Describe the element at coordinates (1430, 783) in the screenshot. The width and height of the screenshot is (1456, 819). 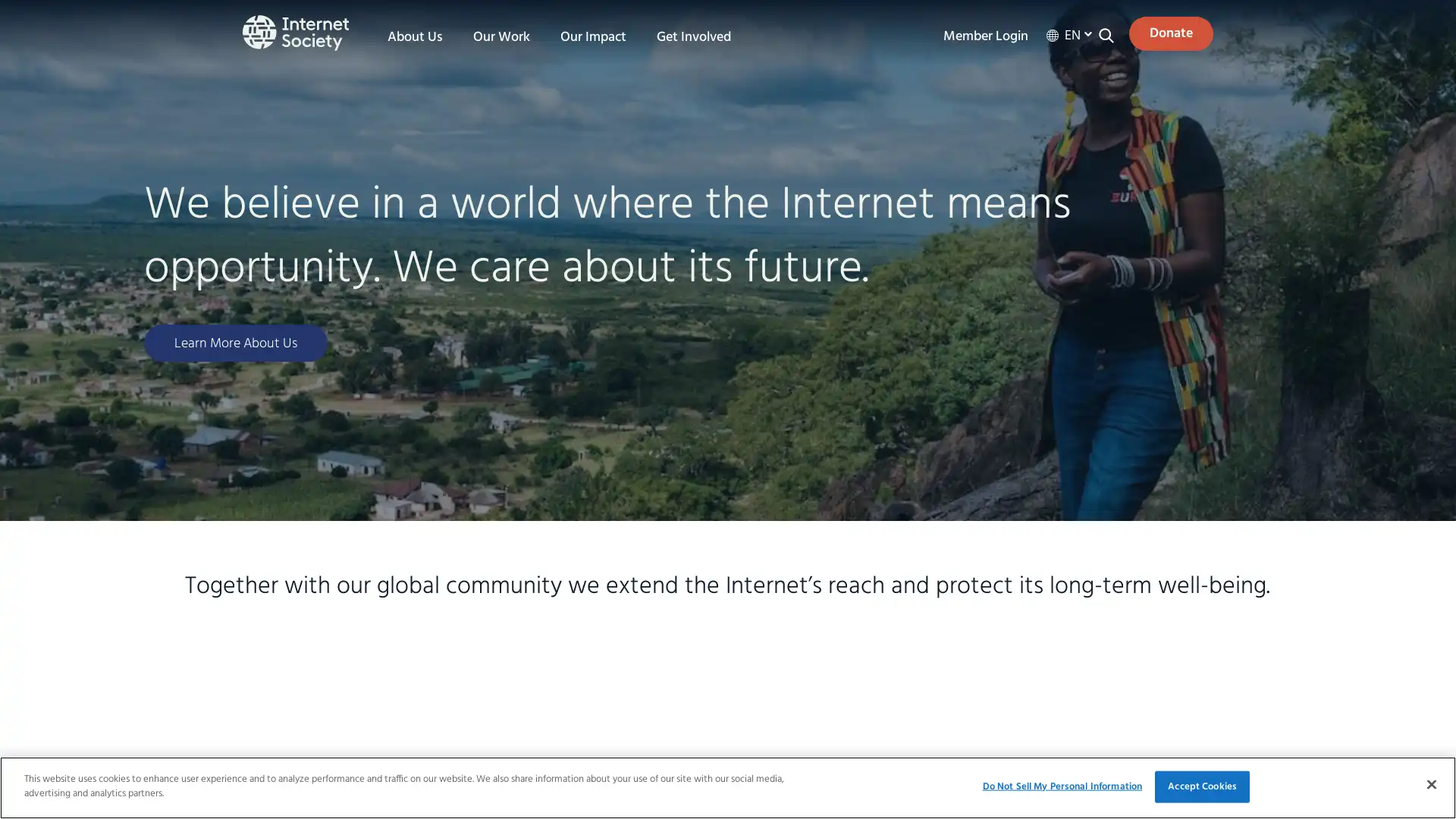
I see `Close` at that location.